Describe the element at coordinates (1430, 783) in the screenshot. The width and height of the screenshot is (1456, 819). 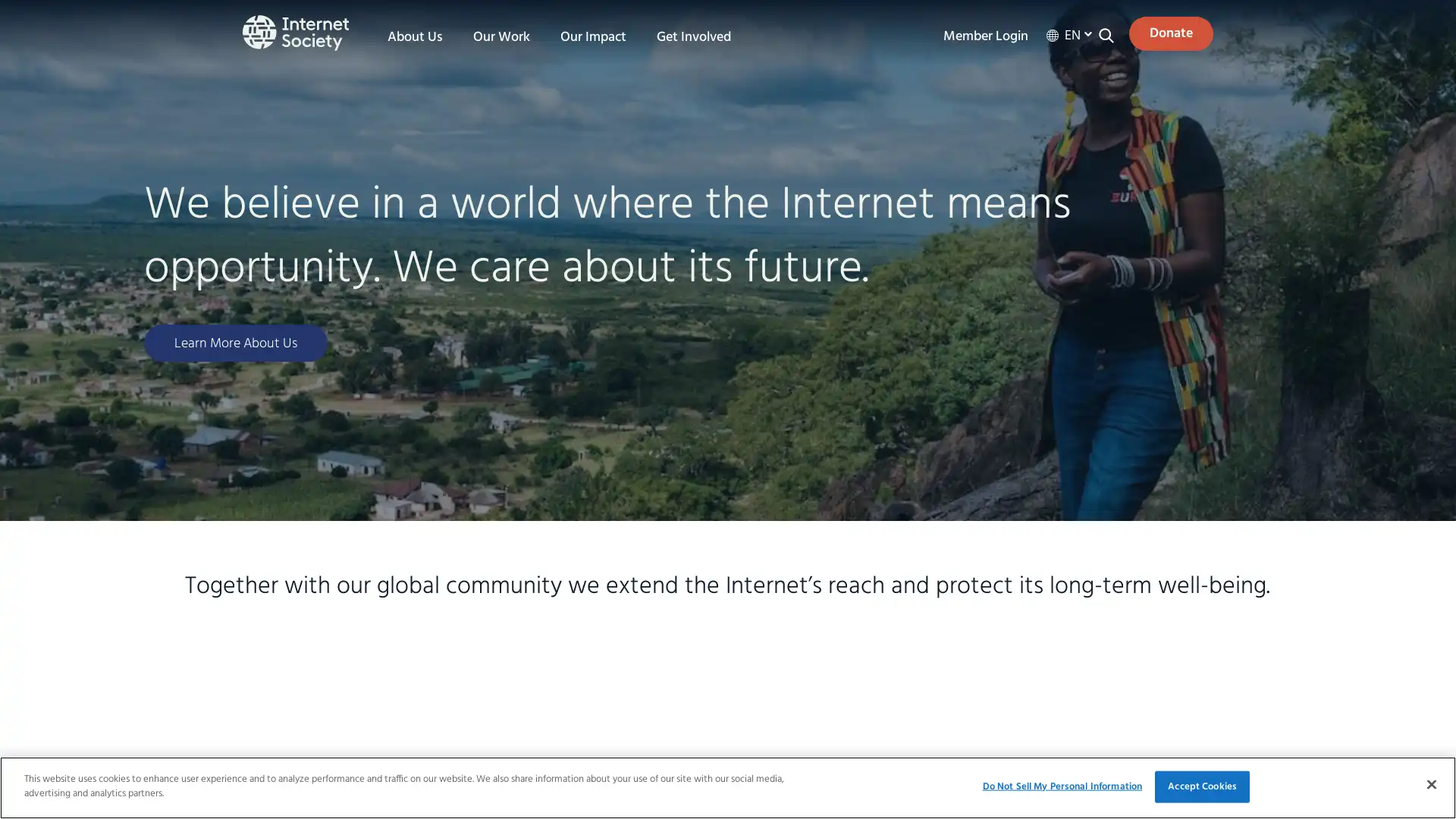
I see `Close` at that location.